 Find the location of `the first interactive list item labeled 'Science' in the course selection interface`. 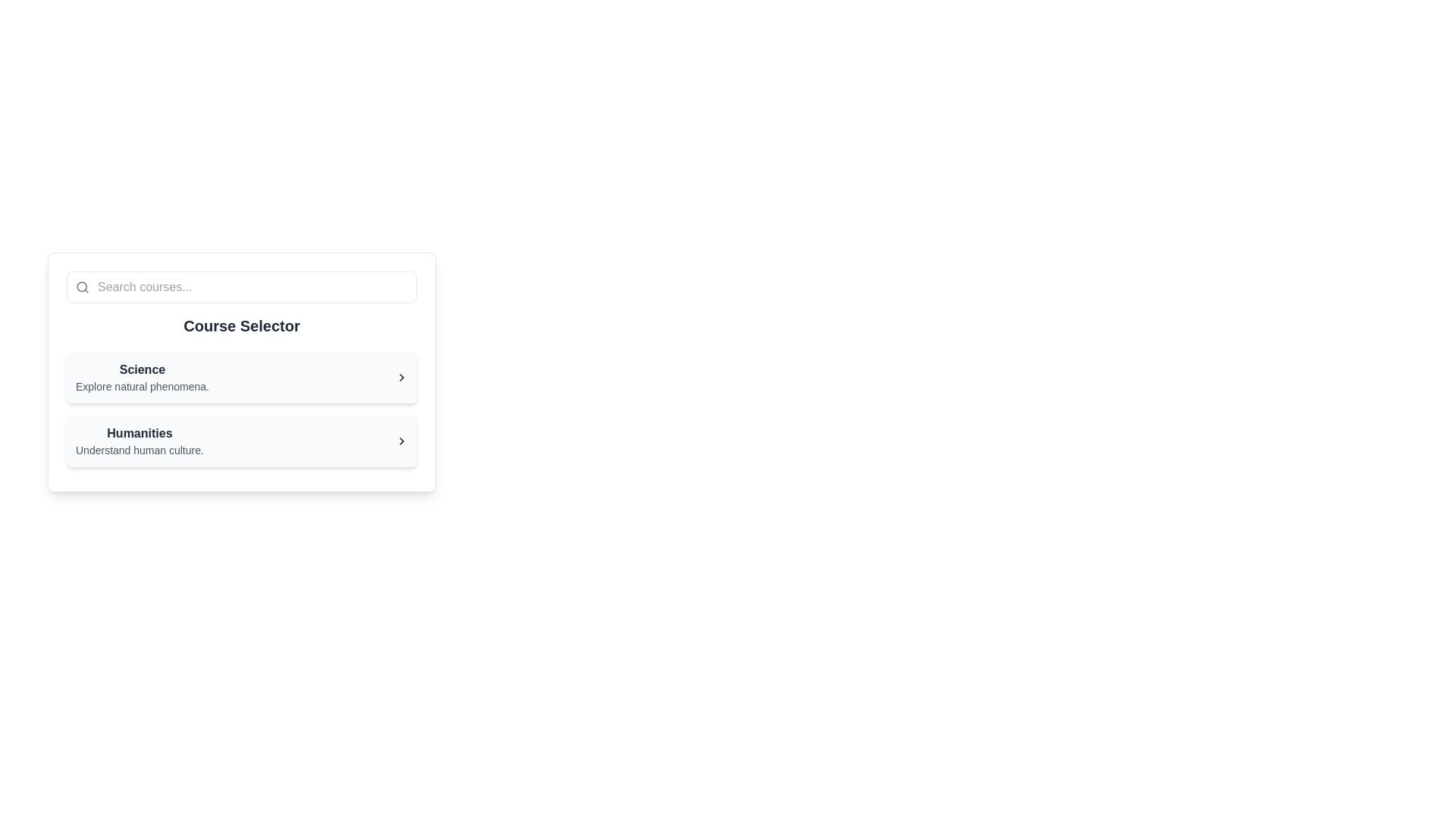

the first interactive list item labeled 'Science' in the course selection interface is located at coordinates (142, 376).